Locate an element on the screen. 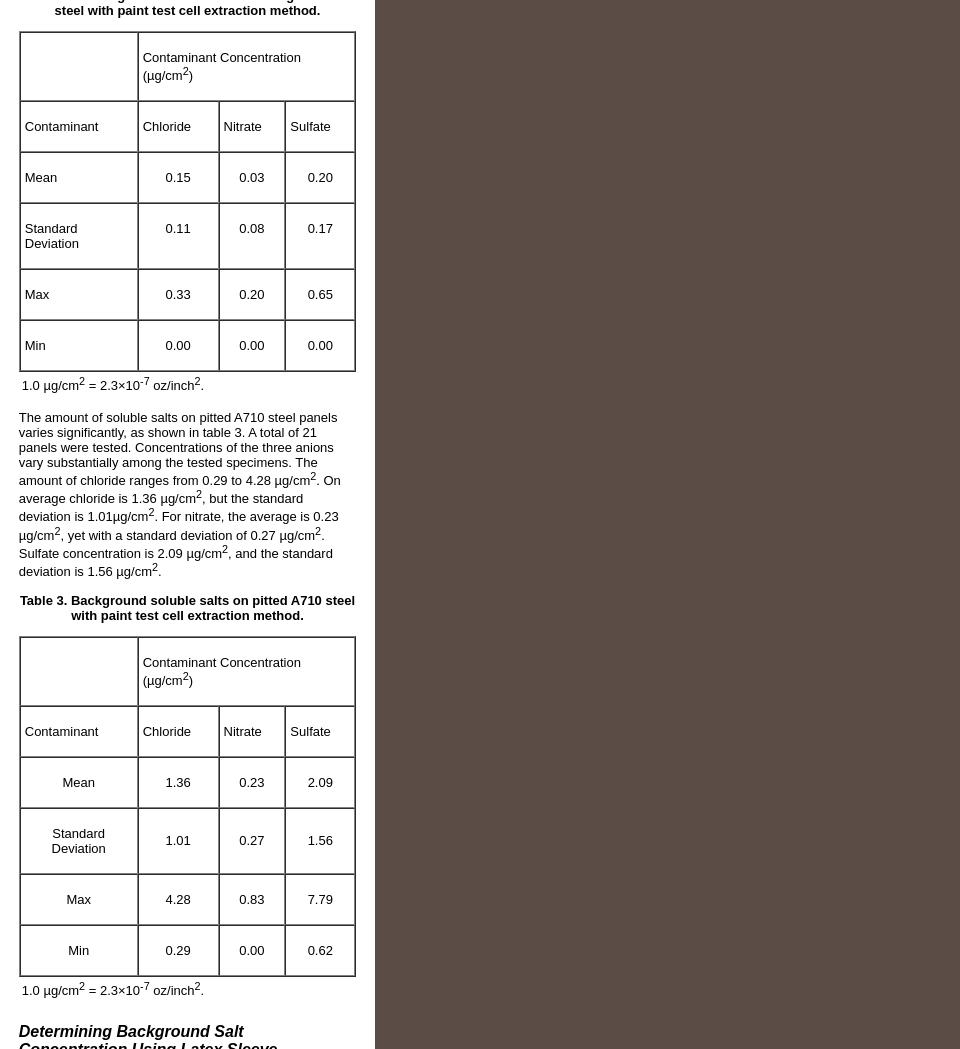  '0.33' is located at coordinates (176, 294).